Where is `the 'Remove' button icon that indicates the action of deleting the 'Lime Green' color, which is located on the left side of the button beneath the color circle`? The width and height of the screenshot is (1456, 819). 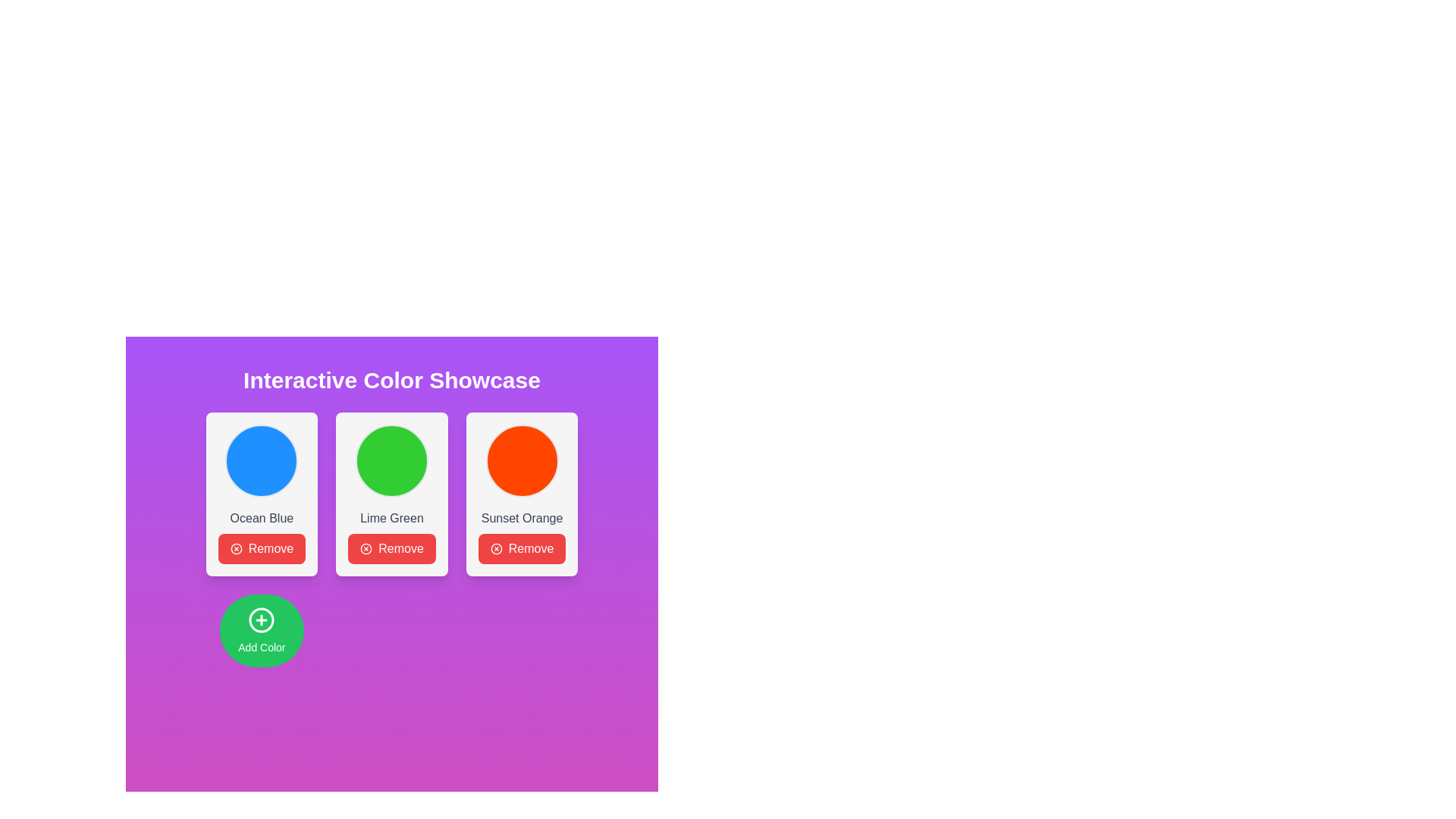
the 'Remove' button icon that indicates the action of deleting the 'Lime Green' color, which is located on the left side of the button beneath the color circle is located at coordinates (366, 549).